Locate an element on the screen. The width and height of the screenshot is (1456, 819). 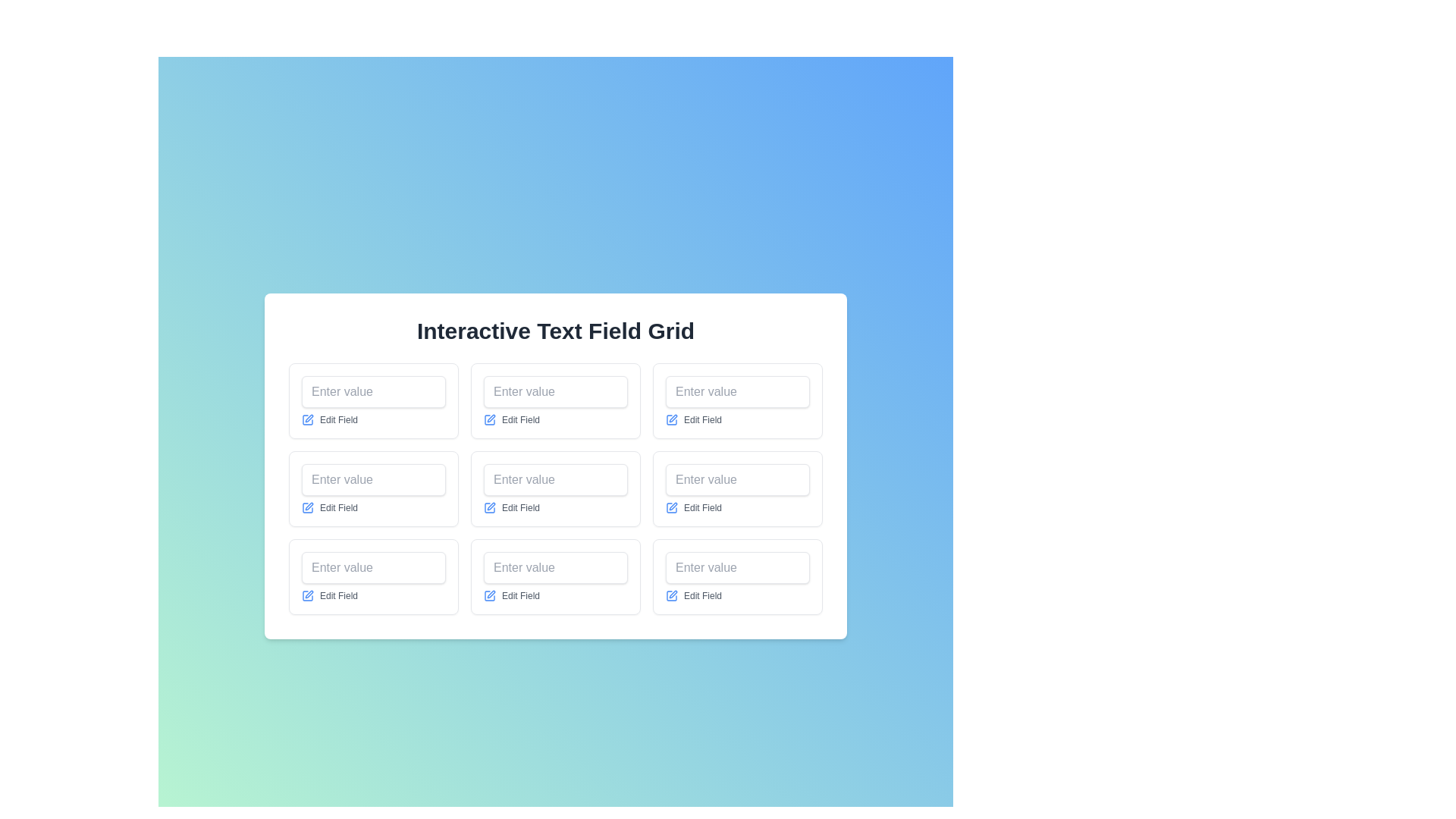
the blue square pen icon located in the 'Edit Field' section to initiate an edit action is located at coordinates (490, 420).